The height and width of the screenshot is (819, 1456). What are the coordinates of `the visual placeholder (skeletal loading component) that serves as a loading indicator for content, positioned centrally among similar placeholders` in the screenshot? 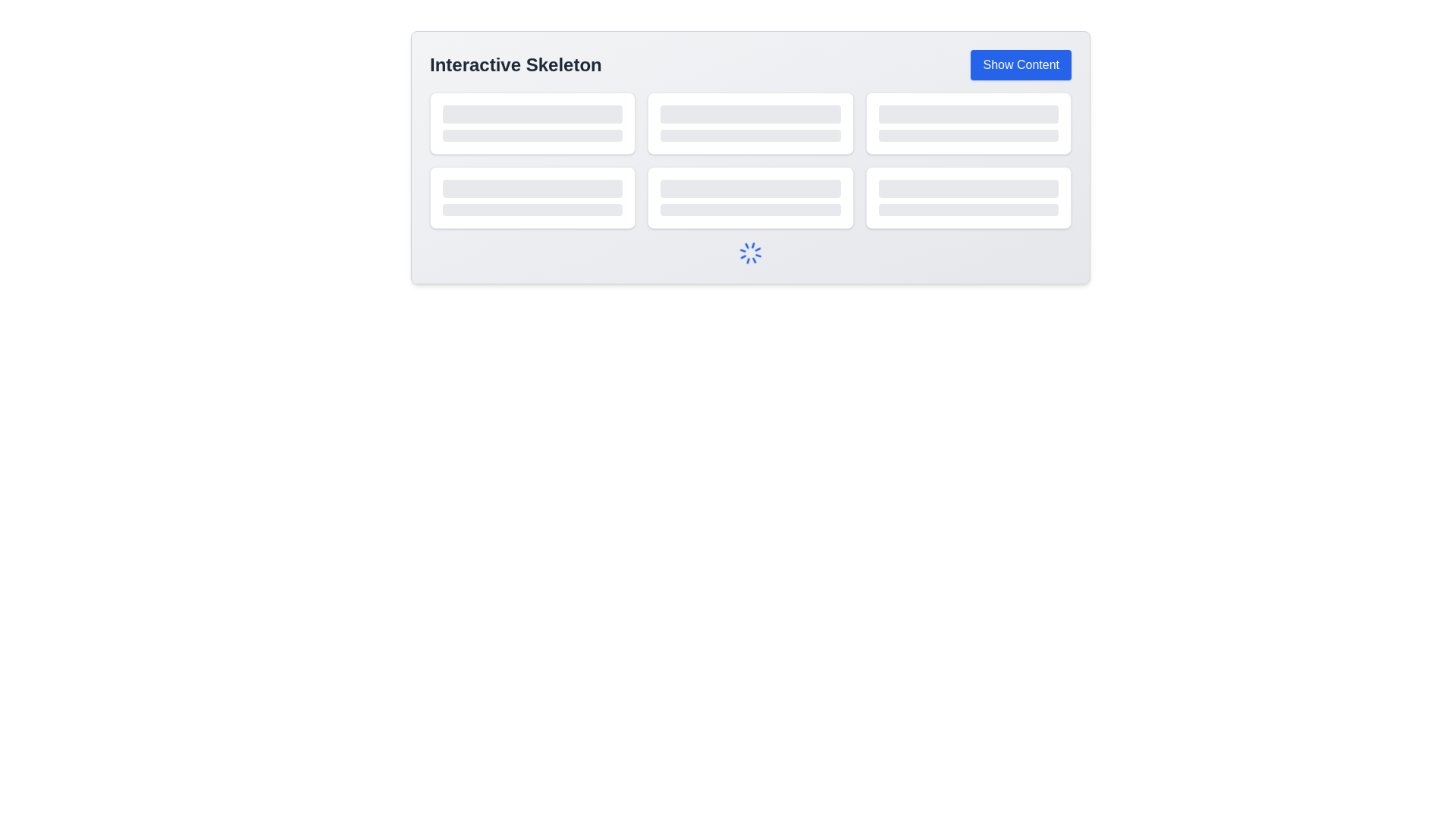 It's located at (750, 113).